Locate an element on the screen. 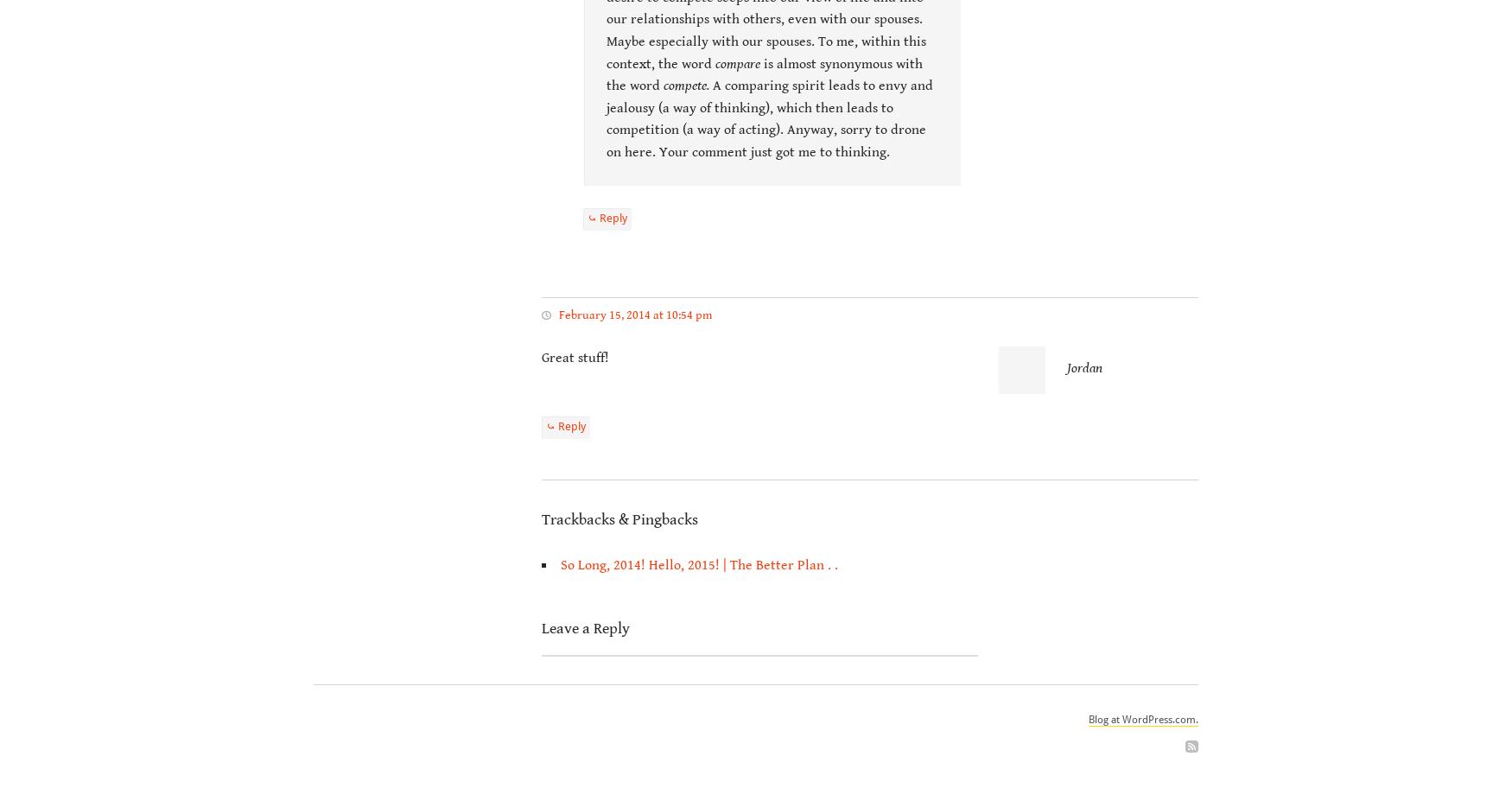 The image size is (1512, 807). 'Jordan' is located at coordinates (1083, 368).